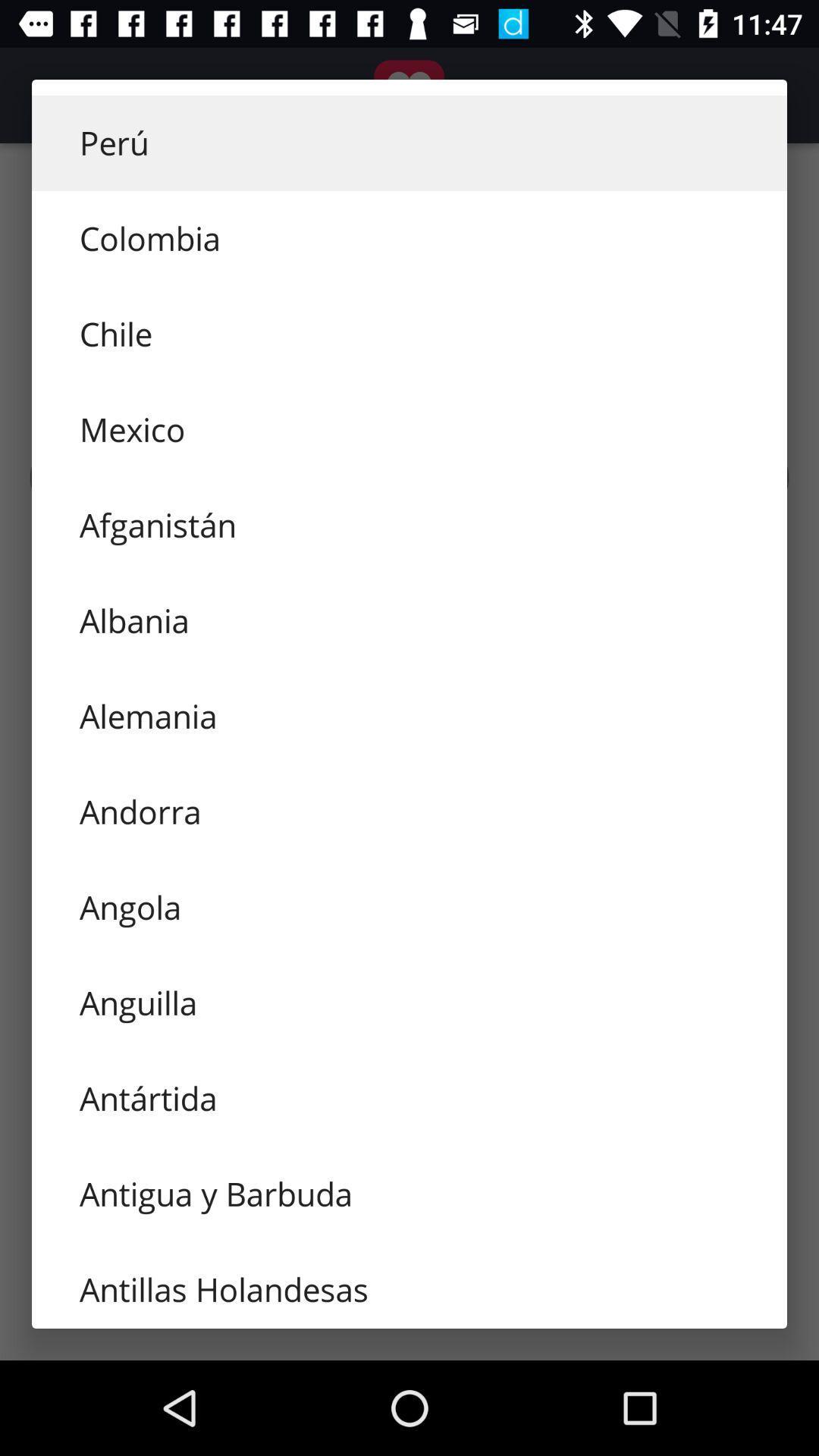 This screenshot has width=819, height=1456. Describe the element at coordinates (409, 907) in the screenshot. I see `icon above anguilla icon` at that location.